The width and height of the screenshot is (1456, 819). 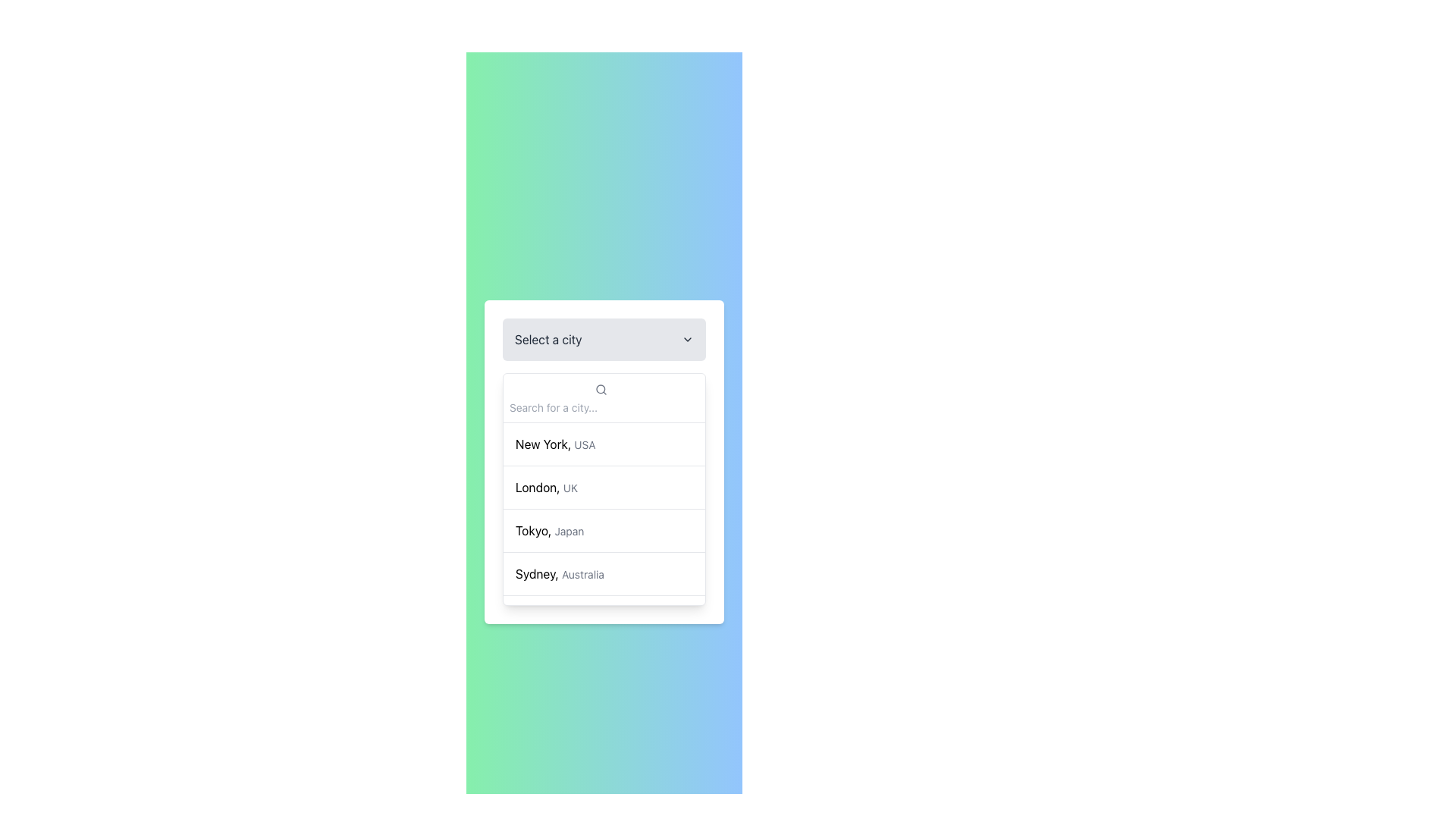 I want to click on the list item titled 'London, UK', so click(x=603, y=488).